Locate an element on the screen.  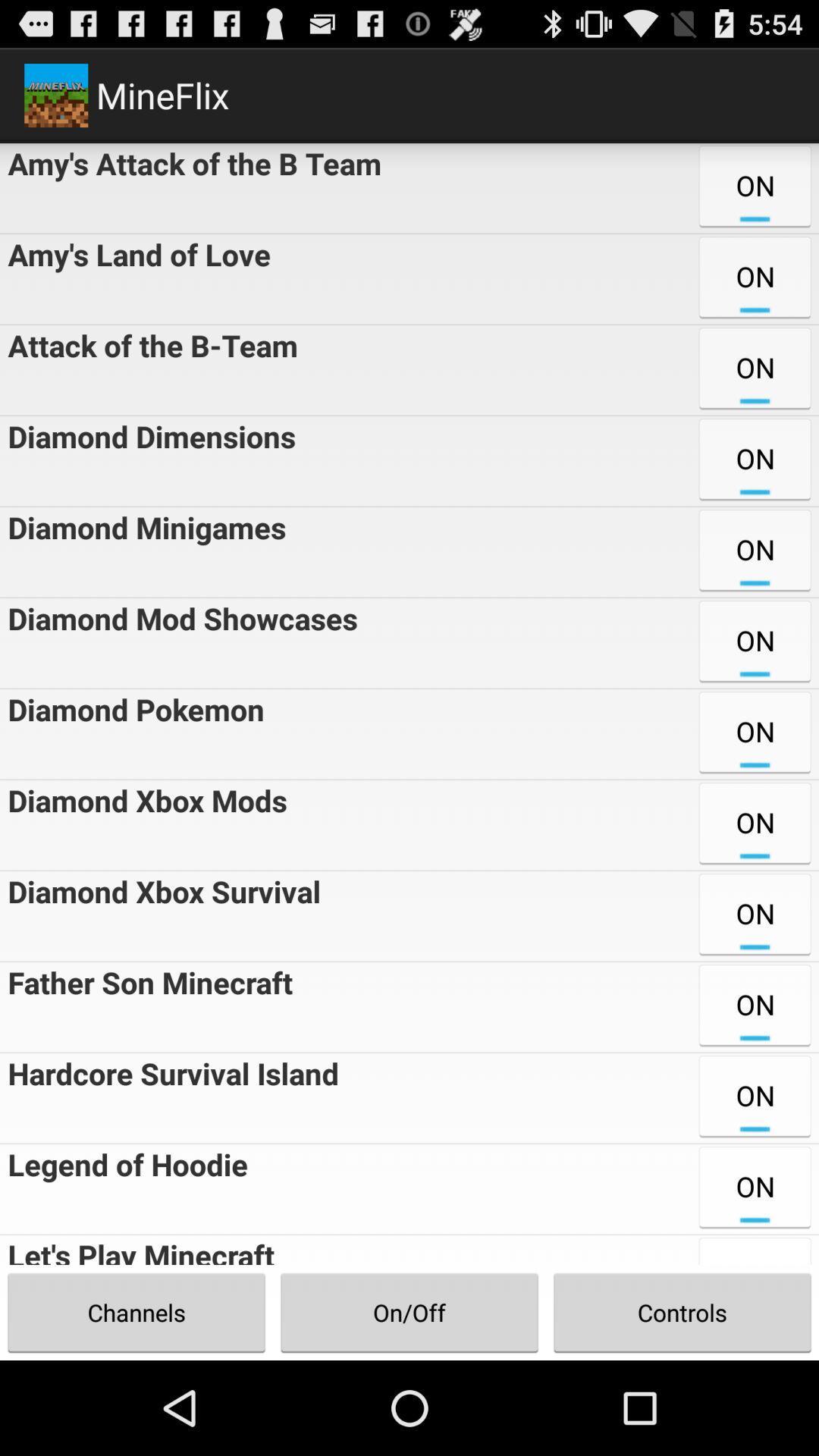
the hardcore survival island is located at coordinates (169, 1098).